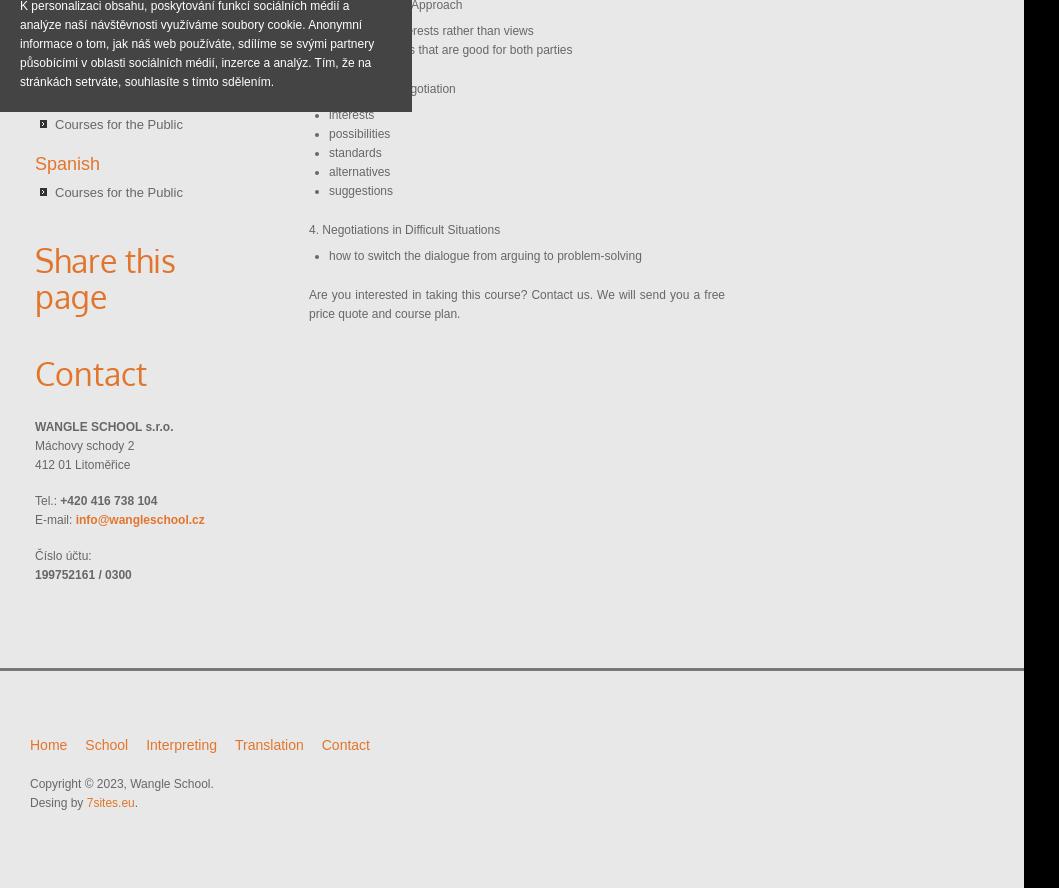  Describe the element at coordinates (517, 302) in the screenshot. I see `'Are you interested in taking this course? Contact us. We will send you a free price quote and course plan.'` at that location.